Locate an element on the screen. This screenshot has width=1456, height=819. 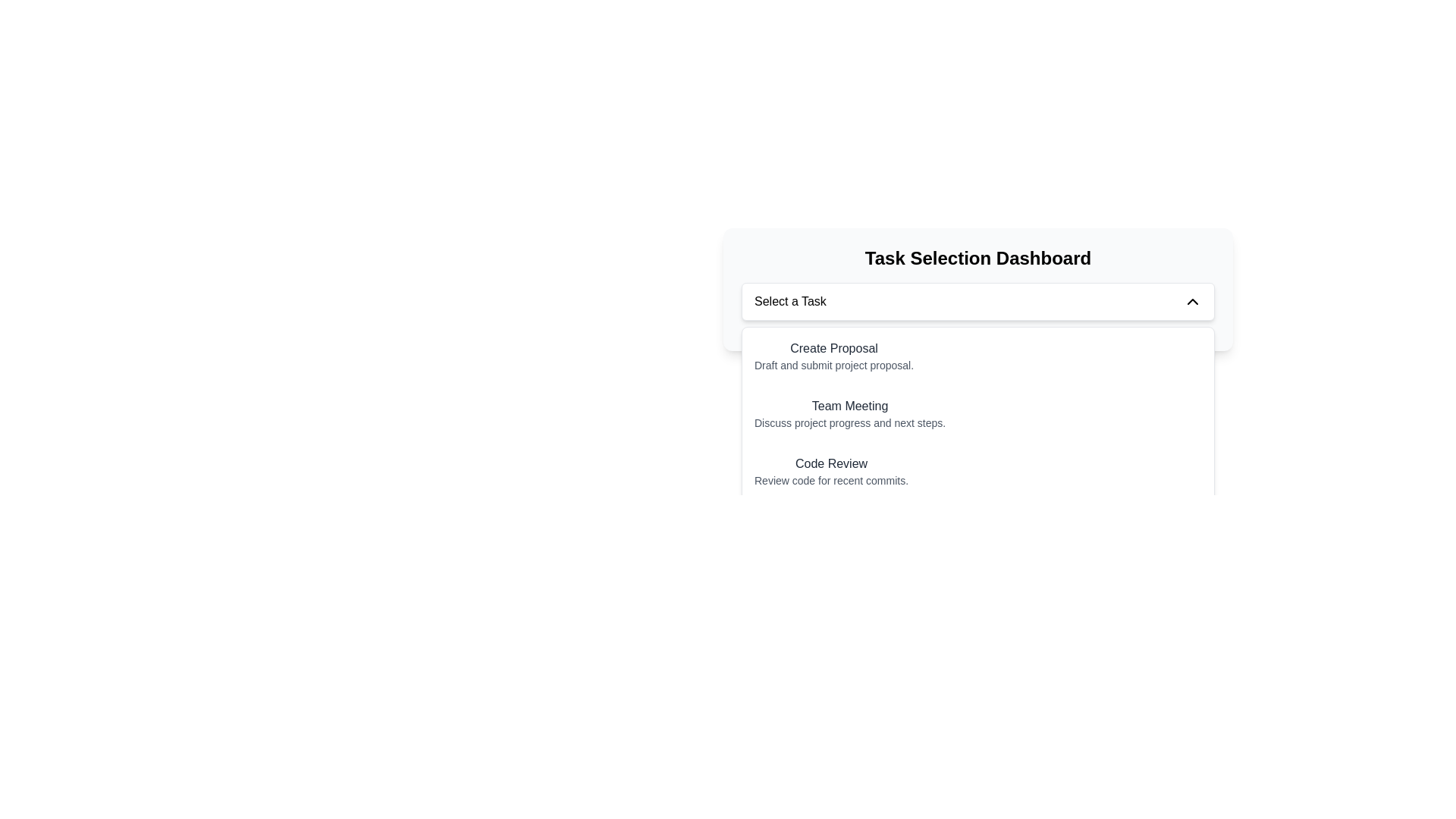
description of the label text that says 'Draft and submit project proposal', which is positioned below the 'Create Proposal' header in the menu dropdown is located at coordinates (833, 366).